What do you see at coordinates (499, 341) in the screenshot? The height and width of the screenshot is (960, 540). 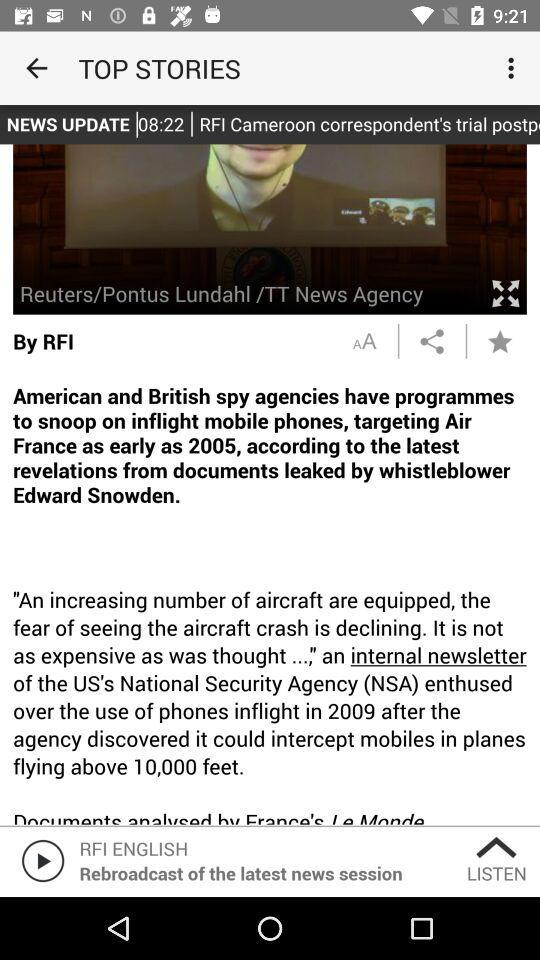 I see `a star icon which is on the right side of the page` at bounding box center [499, 341].